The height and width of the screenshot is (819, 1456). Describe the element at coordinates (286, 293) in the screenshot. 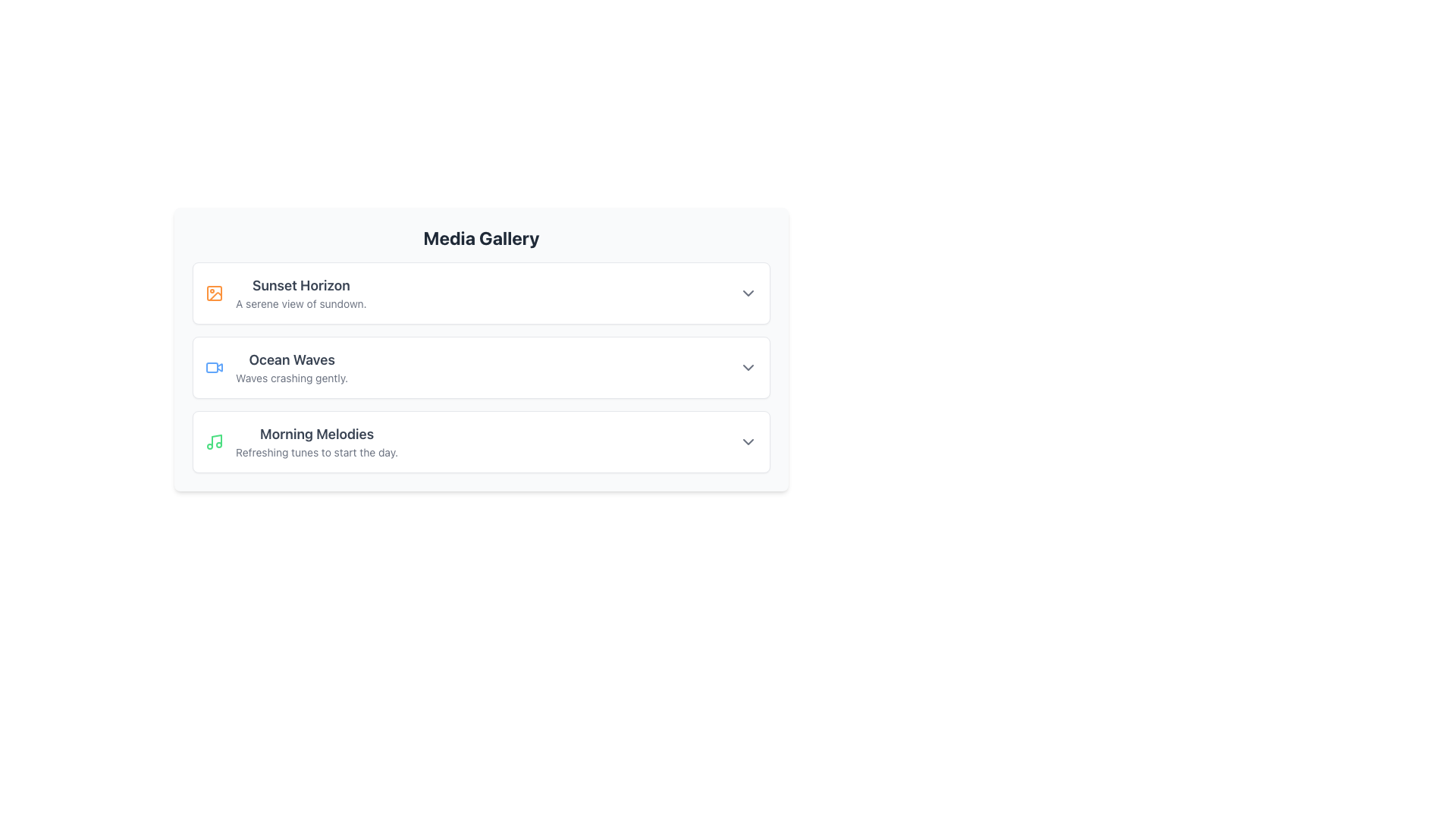

I see `the first element in the 'Media Gallery' which consists of an icon and text (title and subtitle) for selection` at that location.